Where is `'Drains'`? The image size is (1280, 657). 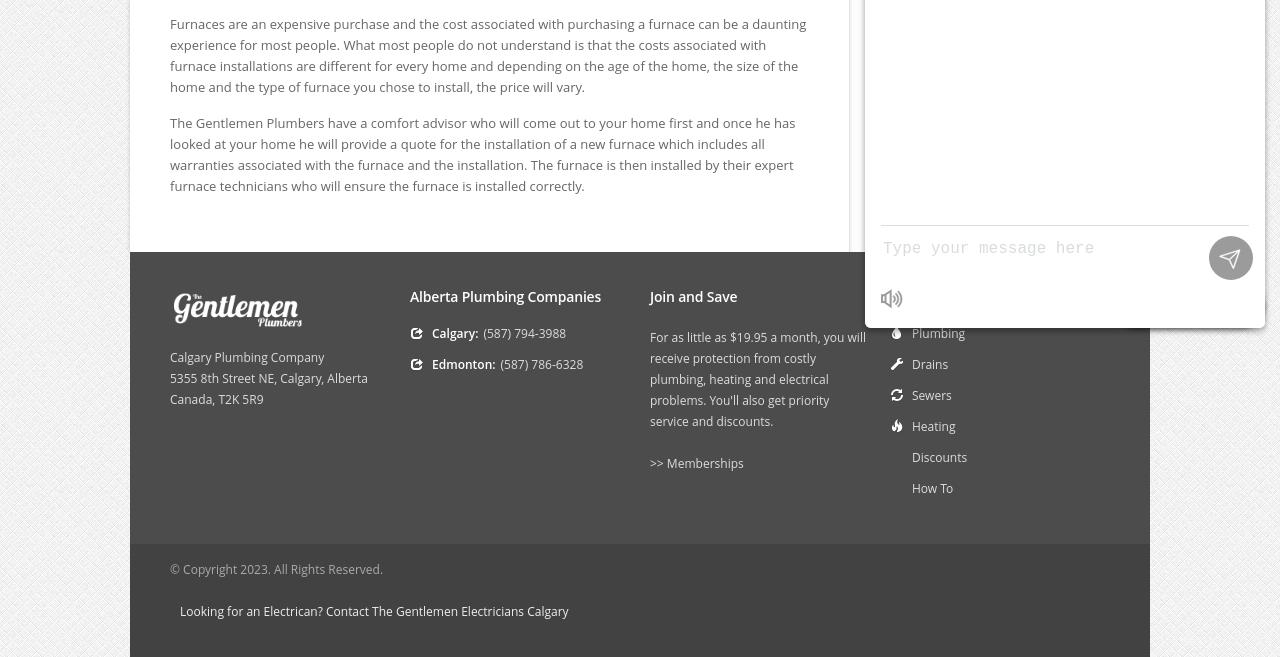 'Drains' is located at coordinates (929, 363).